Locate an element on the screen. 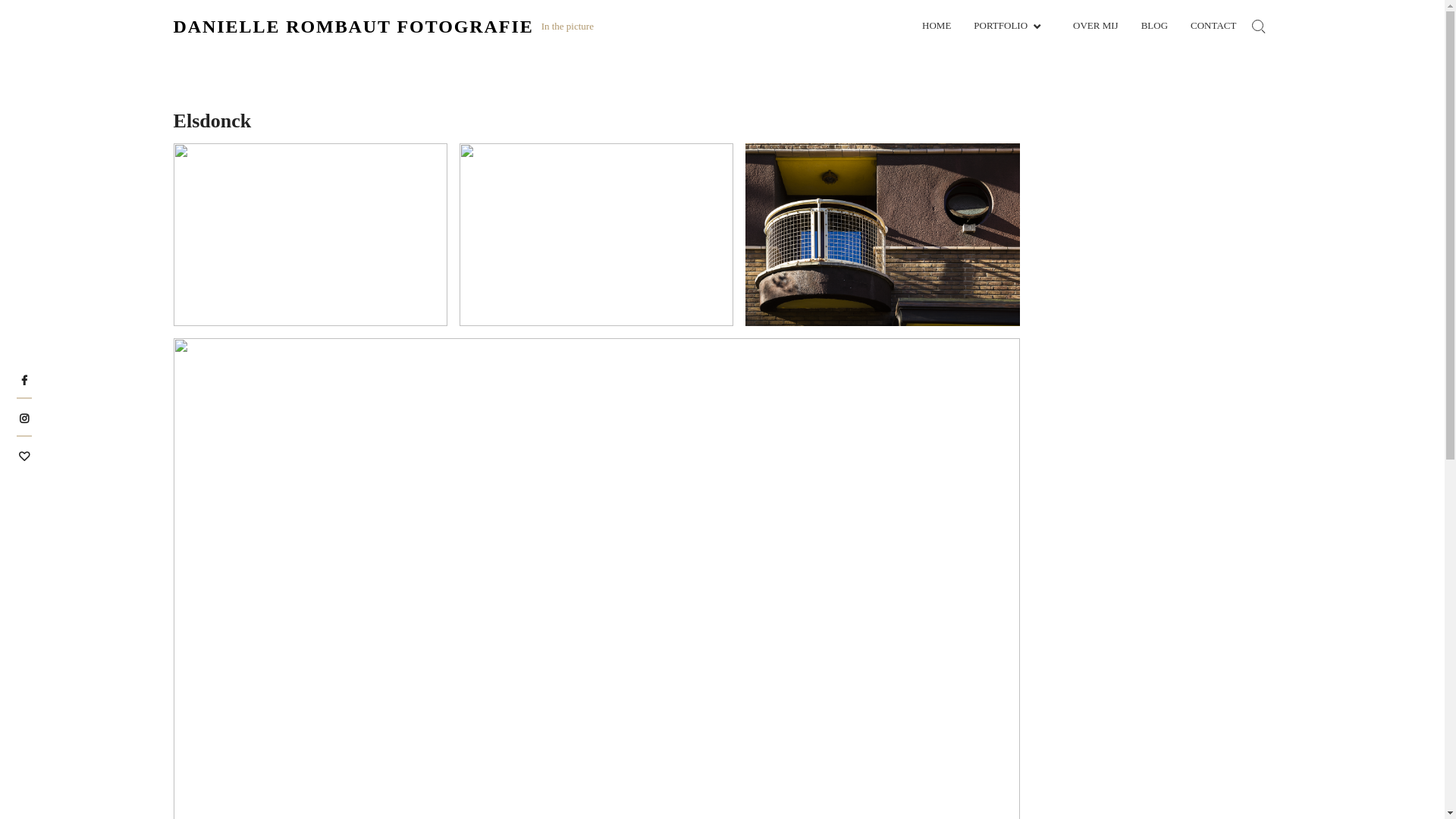 The width and height of the screenshot is (1456, 819). 'PORTFOLIO' is located at coordinates (1012, 26).